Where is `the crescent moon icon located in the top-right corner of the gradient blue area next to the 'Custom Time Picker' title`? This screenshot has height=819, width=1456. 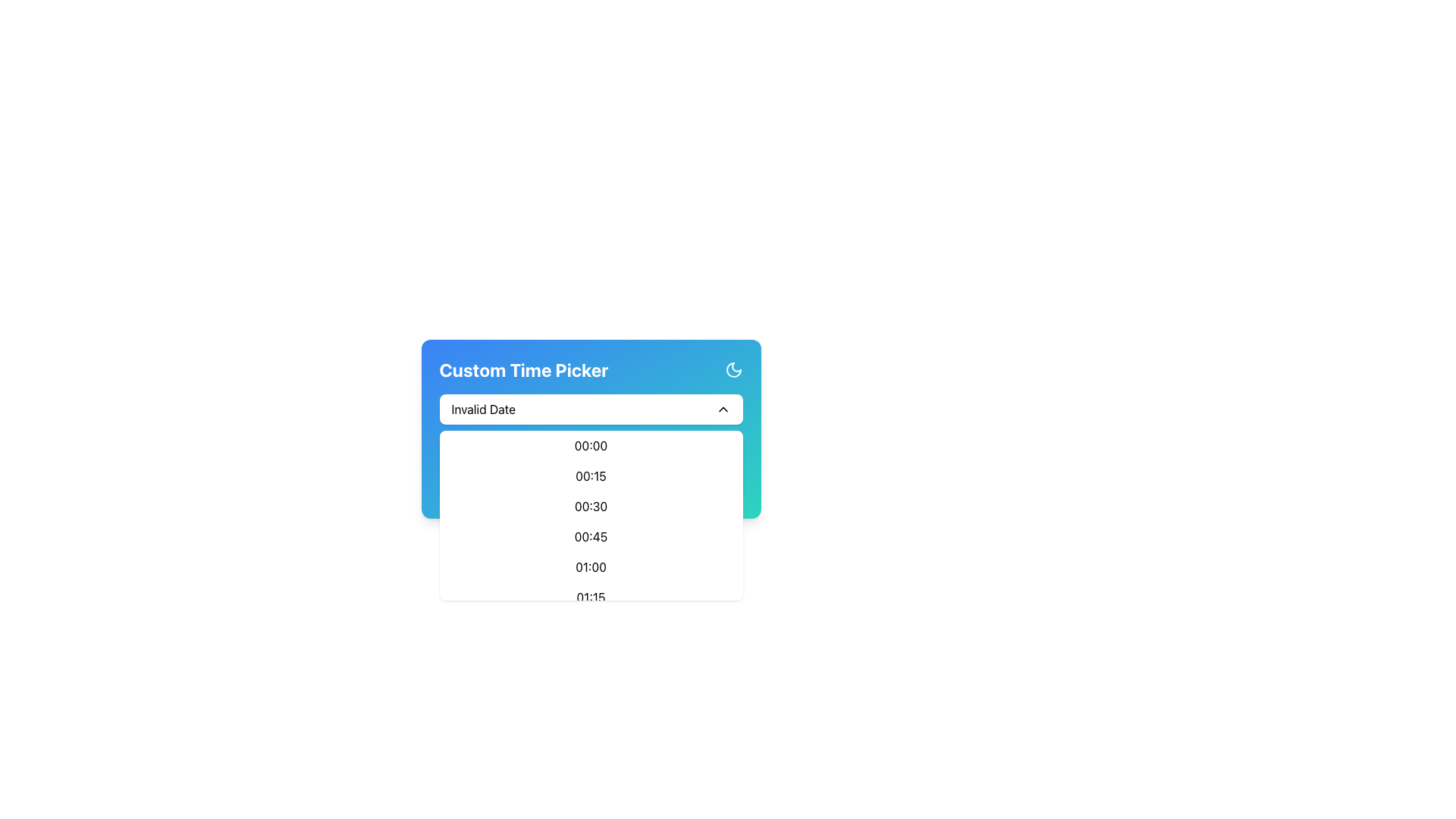 the crescent moon icon located in the top-right corner of the gradient blue area next to the 'Custom Time Picker' title is located at coordinates (733, 370).